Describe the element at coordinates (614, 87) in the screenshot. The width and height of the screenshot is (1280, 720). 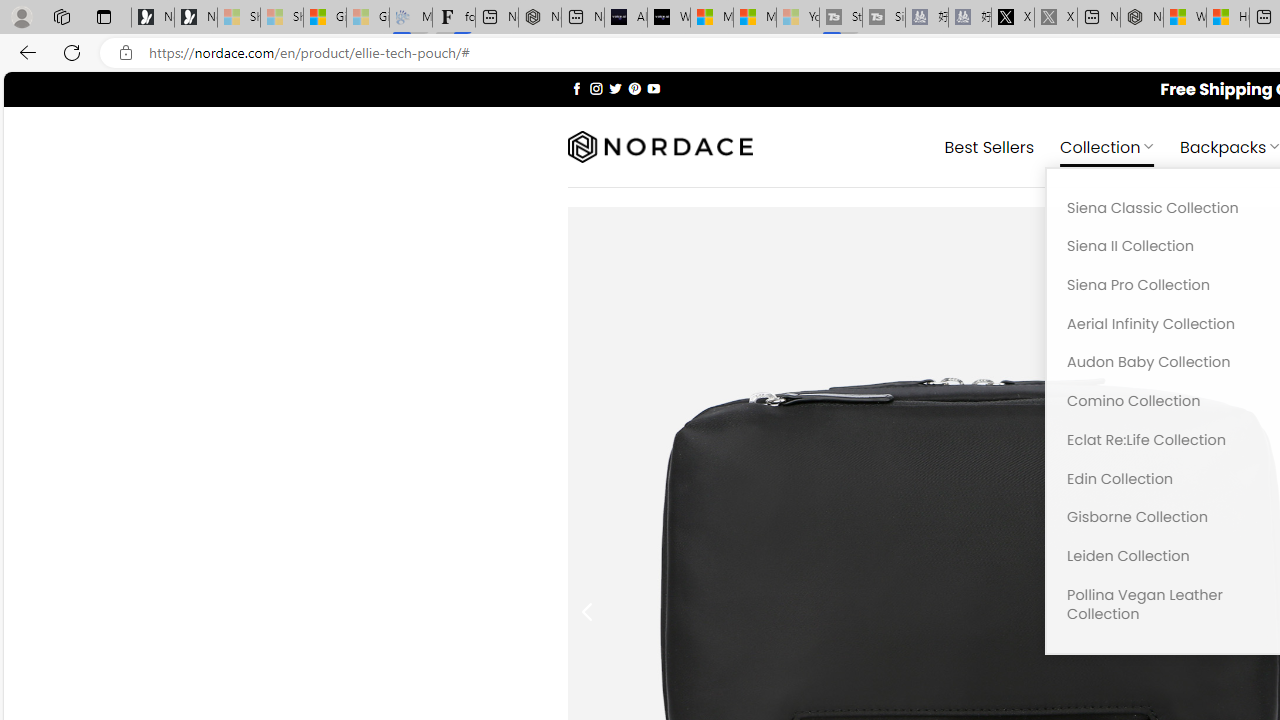
I see `'Follow on Twitter'` at that location.